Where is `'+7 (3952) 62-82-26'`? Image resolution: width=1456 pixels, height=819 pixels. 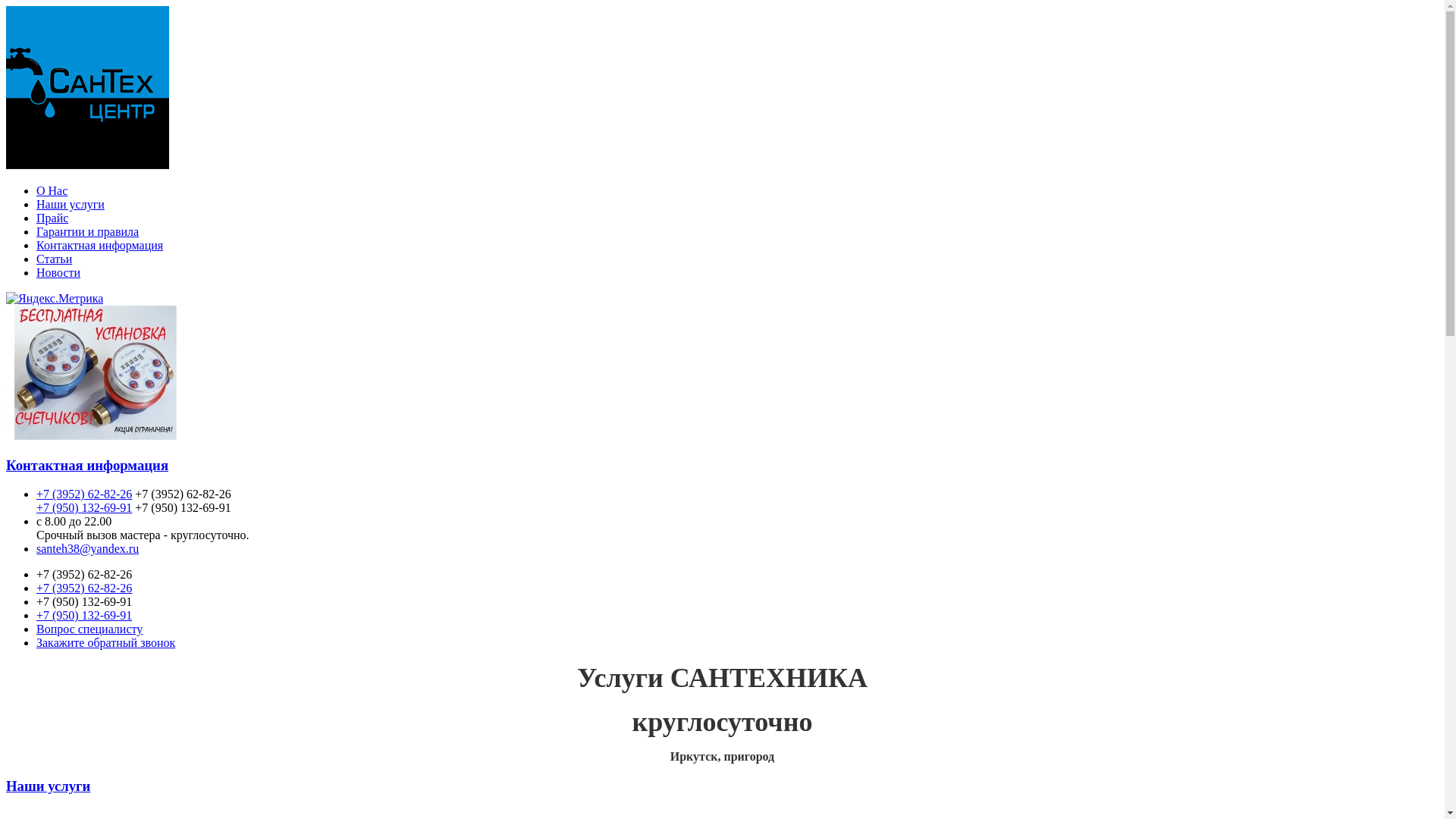
'+7 (3952) 62-82-26' is located at coordinates (83, 494).